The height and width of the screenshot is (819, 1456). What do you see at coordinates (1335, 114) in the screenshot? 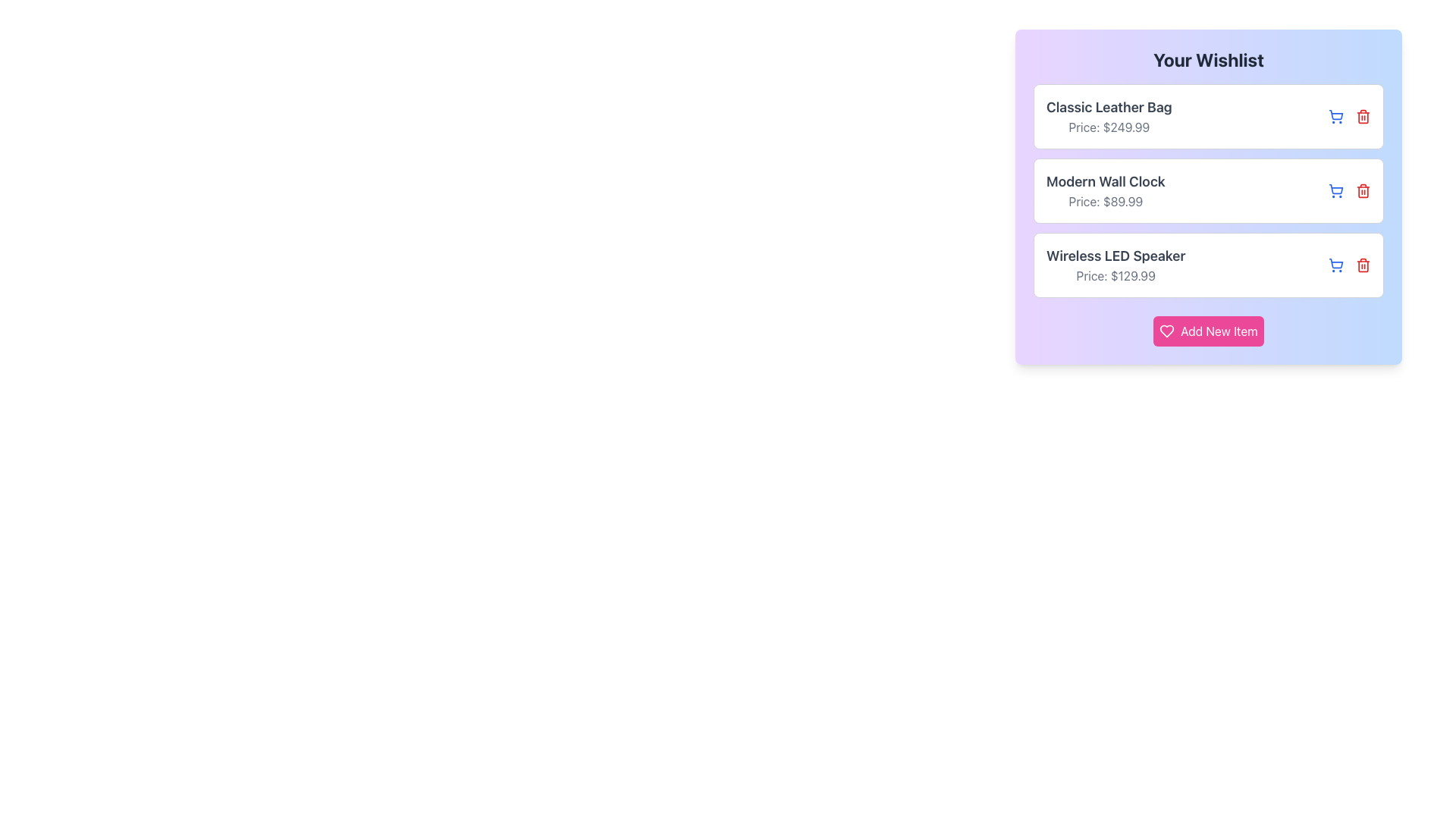
I see `the blue outlined shopping cart icon located to the right of the 'Wireless LED Speaker' entry in the 'Your Wishlist' interface` at bounding box center [1335, 114].